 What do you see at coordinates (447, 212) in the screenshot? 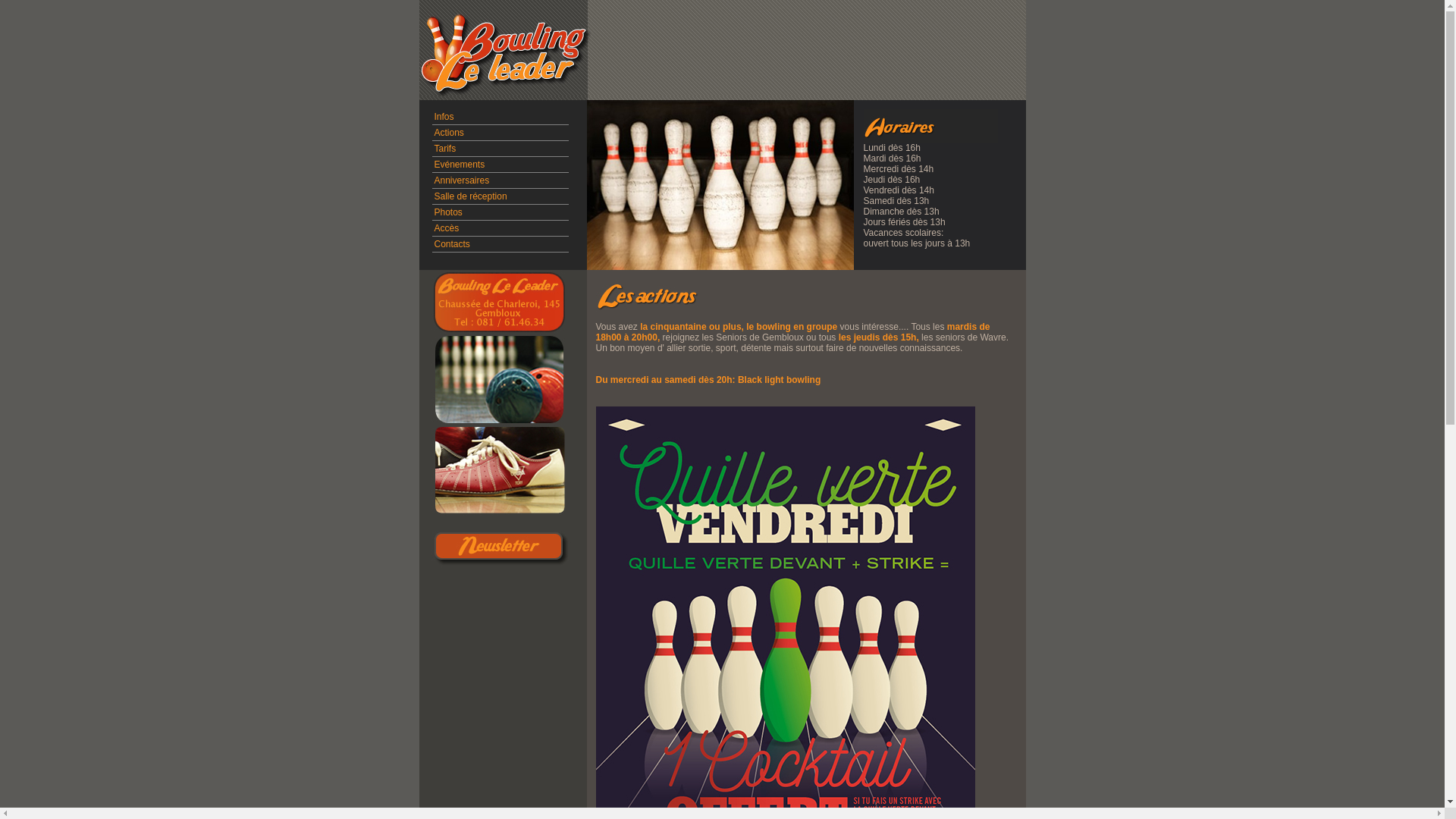
I see `'Photos'` at bounding box center [447, 212].